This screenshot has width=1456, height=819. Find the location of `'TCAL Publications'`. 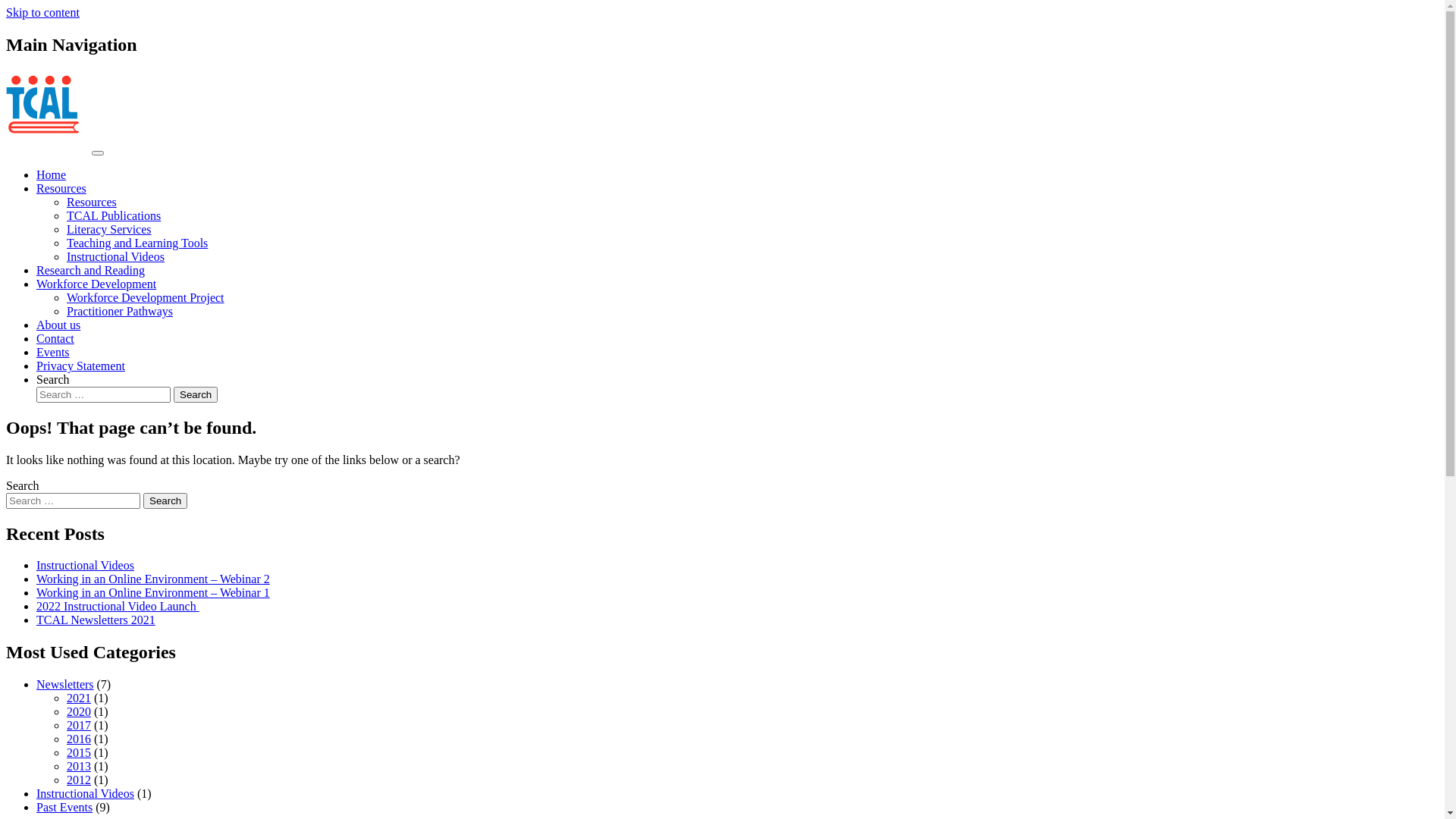

'TCAL Publications' is located at coordinates (112, 215).